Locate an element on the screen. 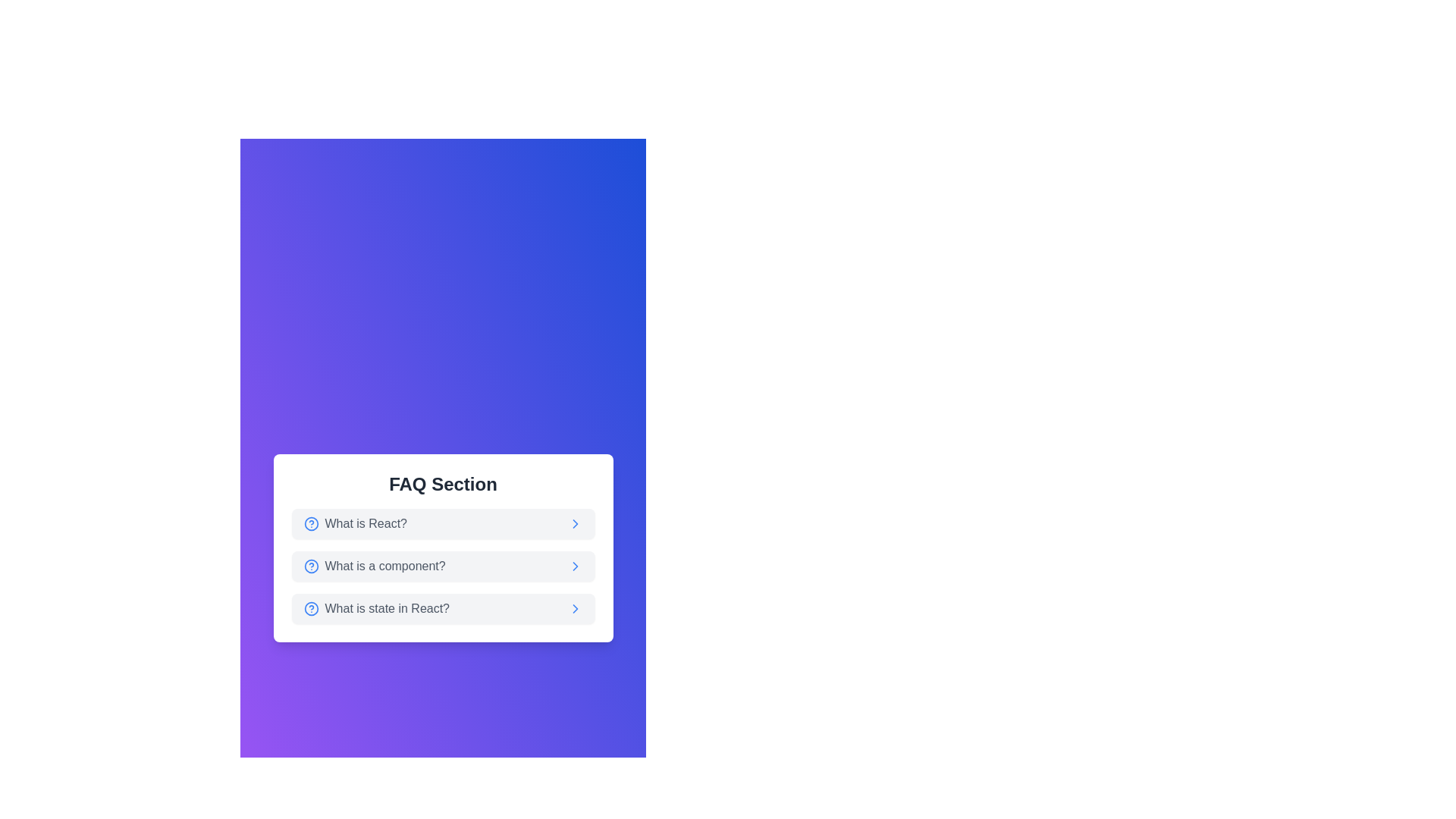  the right-side icon of the second item in the FAQ list is located at coordinates (574, 566).